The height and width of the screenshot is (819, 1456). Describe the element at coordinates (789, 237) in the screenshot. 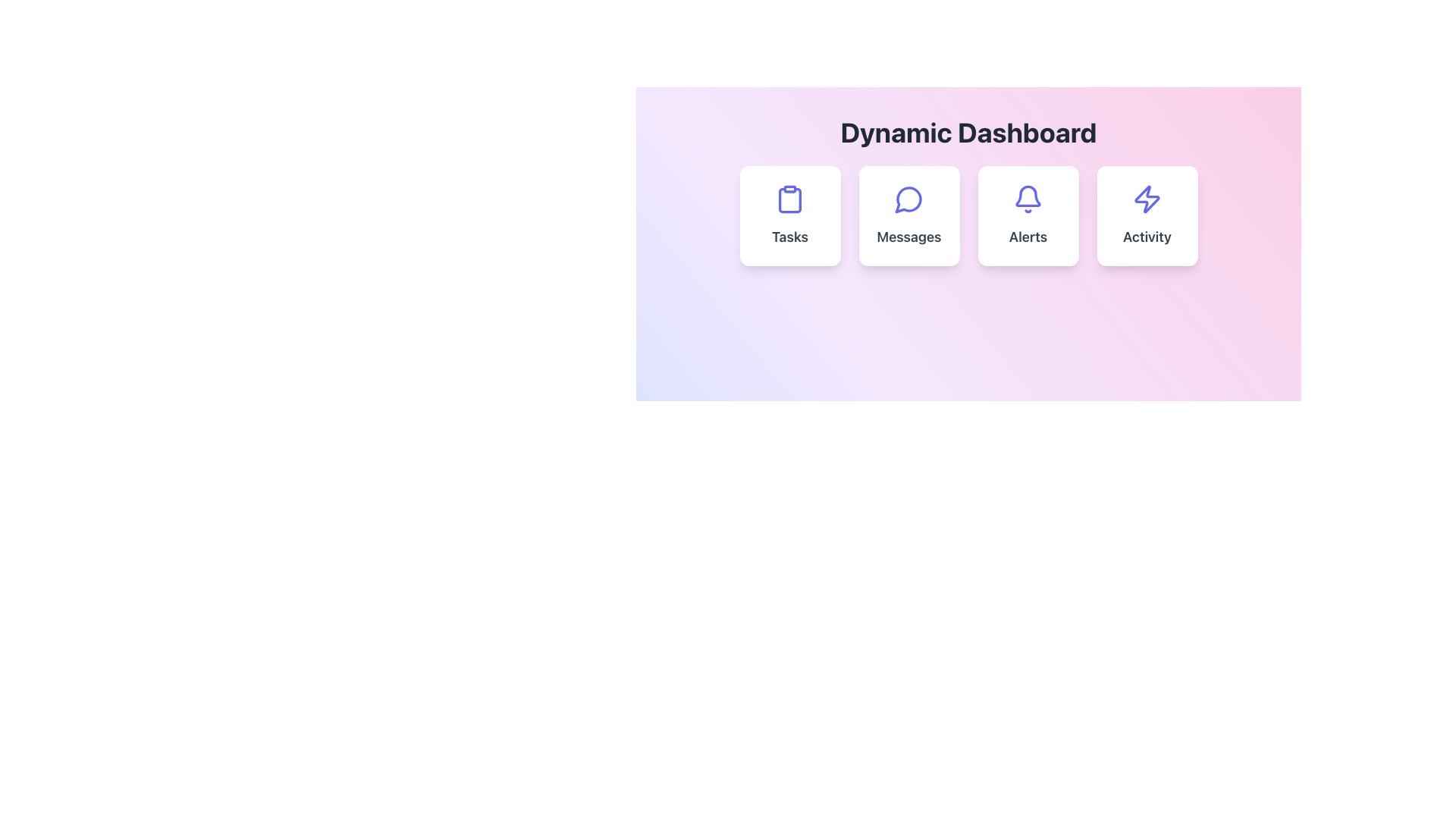

I see `the 'Tasks' text label, which is styled with large gray text and located at the bottom of the first card in a horizontal row, beneath a clipboard icon` at that location.